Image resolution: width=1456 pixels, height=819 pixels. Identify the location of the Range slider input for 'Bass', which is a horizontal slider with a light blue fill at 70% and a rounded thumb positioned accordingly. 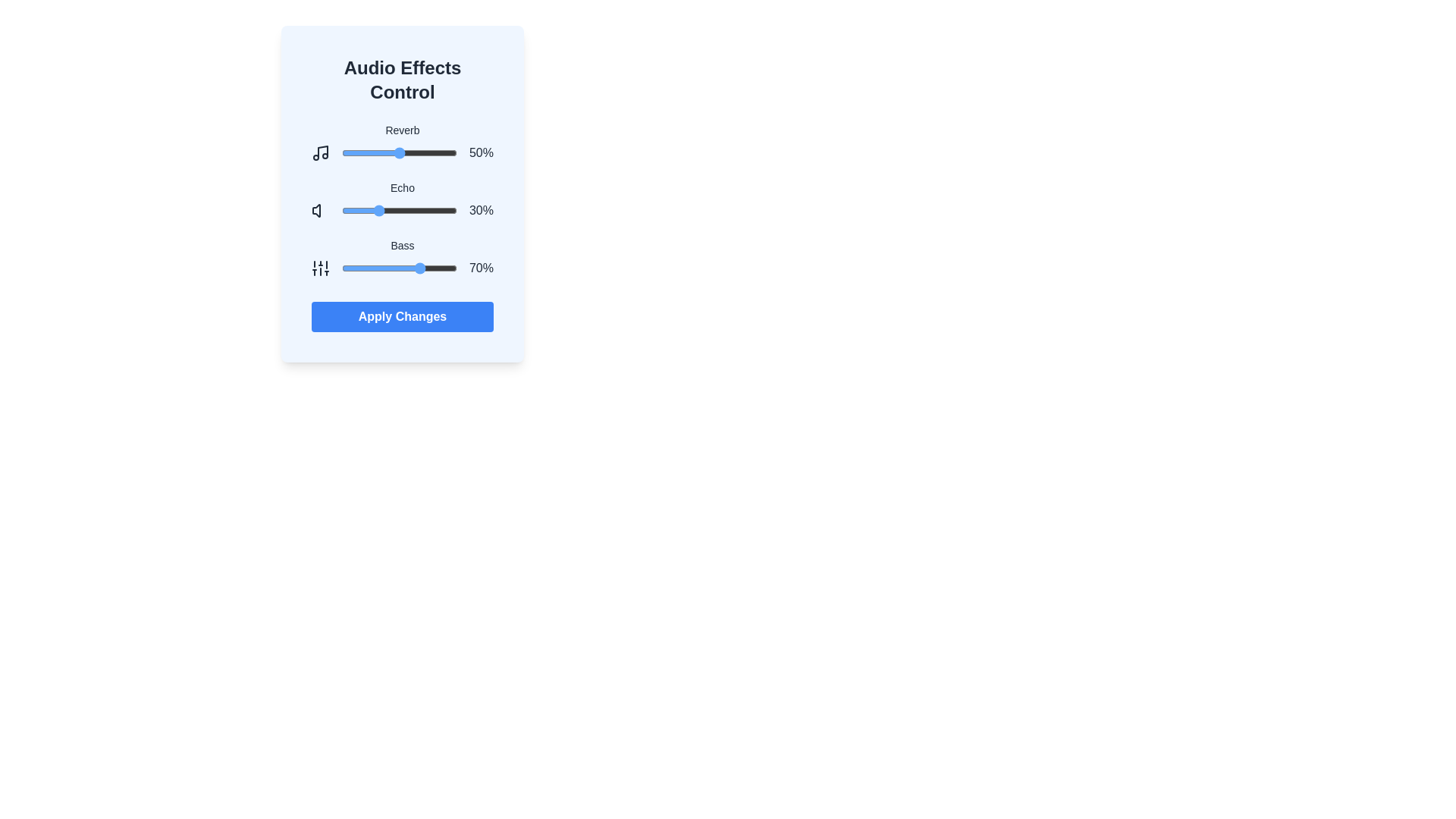
(400, 268).